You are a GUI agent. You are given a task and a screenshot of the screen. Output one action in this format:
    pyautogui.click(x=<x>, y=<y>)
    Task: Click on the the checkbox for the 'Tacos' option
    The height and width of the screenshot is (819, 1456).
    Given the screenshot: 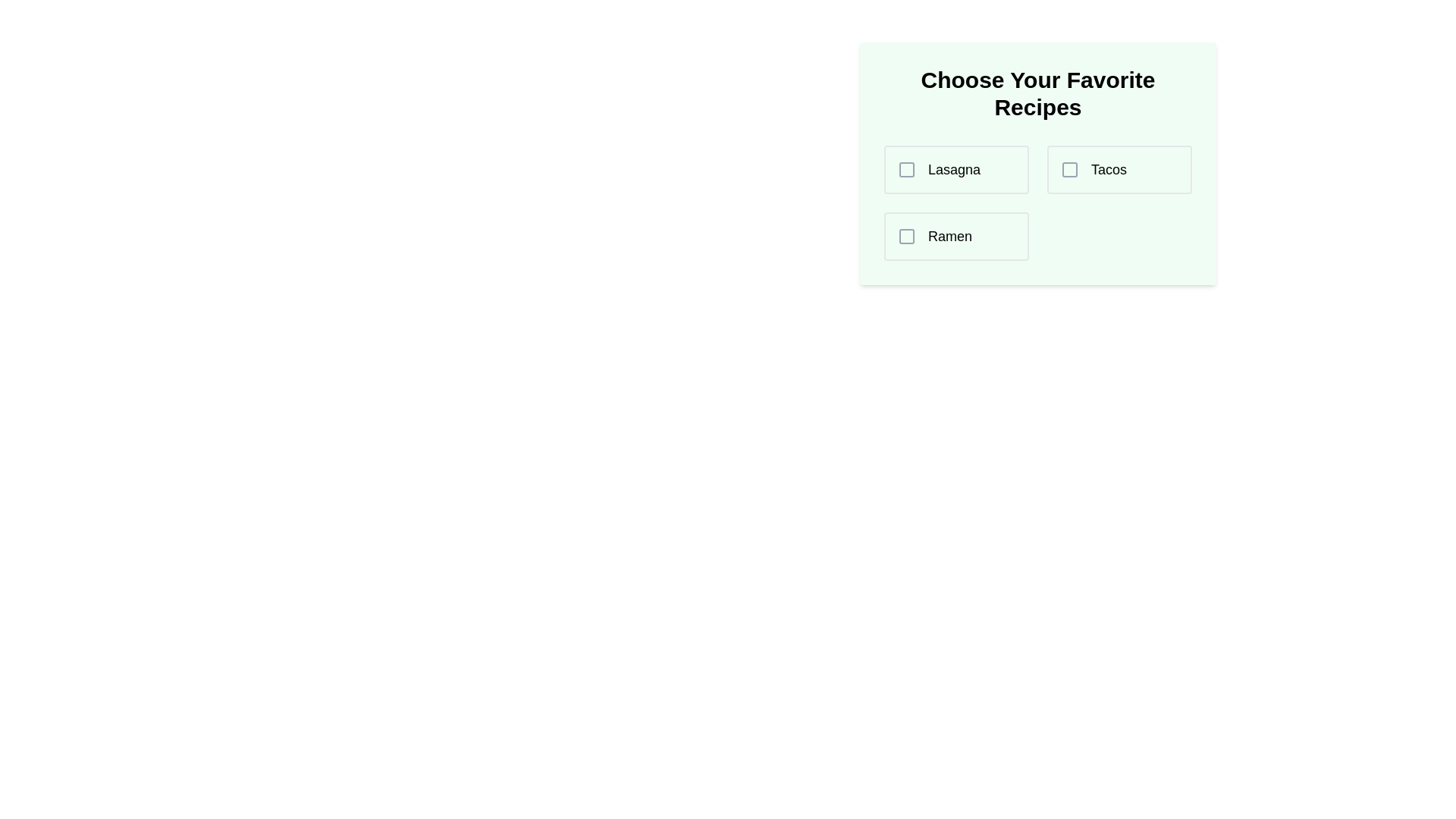 What is the action you would take?
    pyautogui.click(x=1069, y=169)
    